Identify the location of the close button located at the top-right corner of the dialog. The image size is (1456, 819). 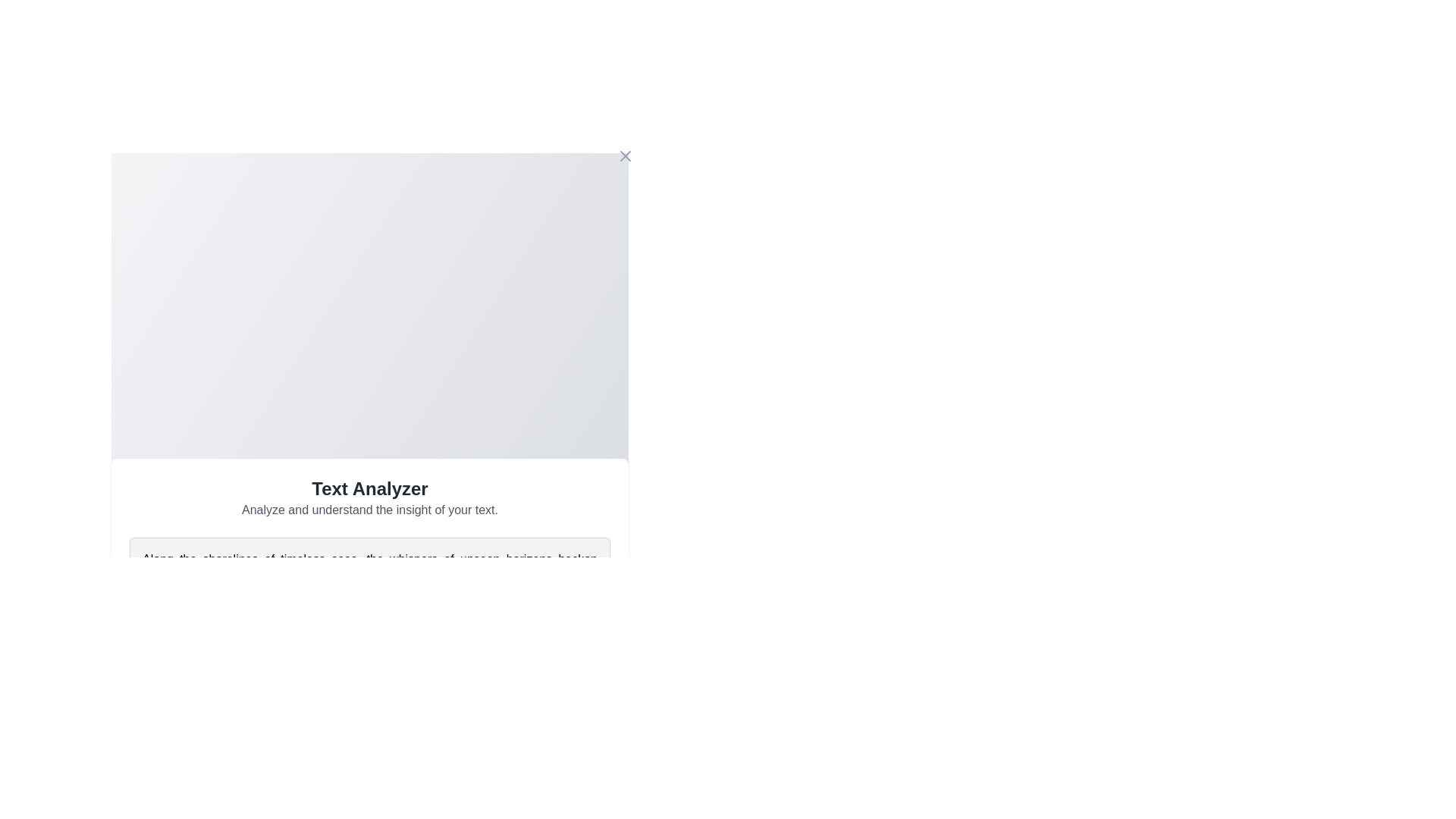
(626, 155).